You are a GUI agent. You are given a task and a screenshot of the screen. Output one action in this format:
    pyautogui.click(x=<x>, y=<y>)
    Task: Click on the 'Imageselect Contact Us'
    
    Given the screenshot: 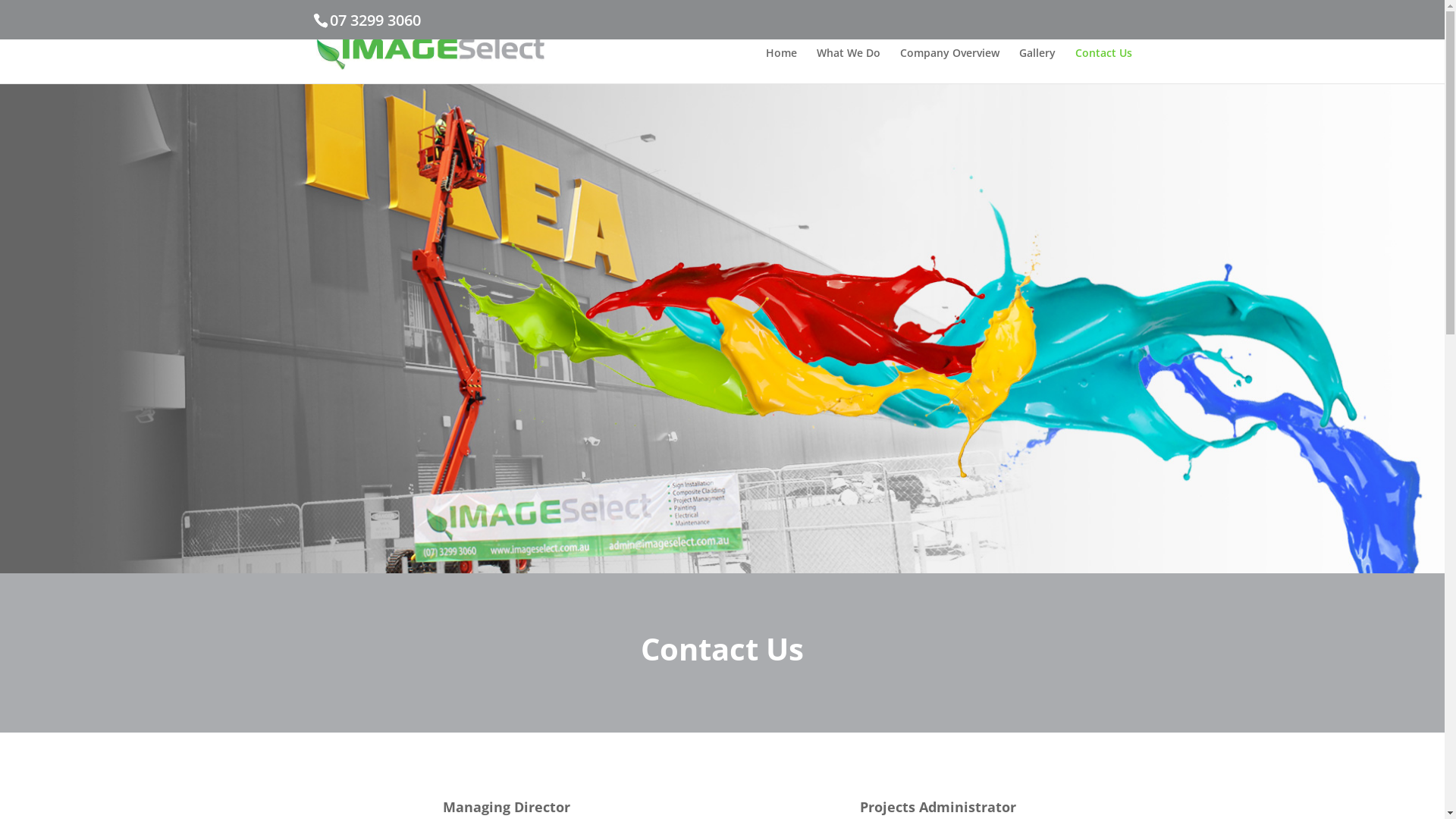 What is the action you would take?
    pyautogui.click(x=721, y=328)
    